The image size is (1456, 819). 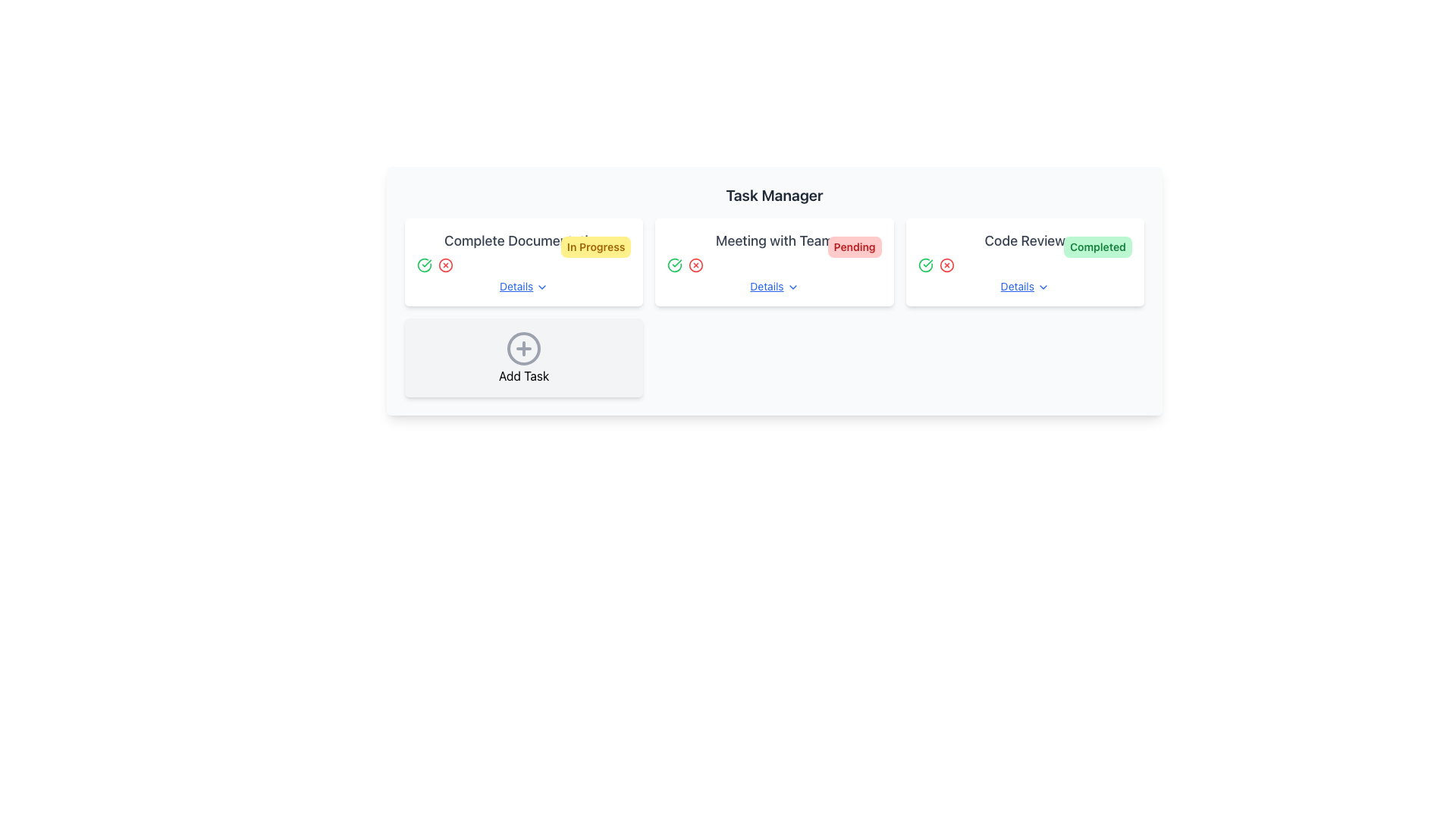 I want to click on the text label displaying the title 'Meeting with Team' located at the top of the middle task card, positioned between the 'Complete Document' and 'Code Review' cards, so click(x=774, y=240).